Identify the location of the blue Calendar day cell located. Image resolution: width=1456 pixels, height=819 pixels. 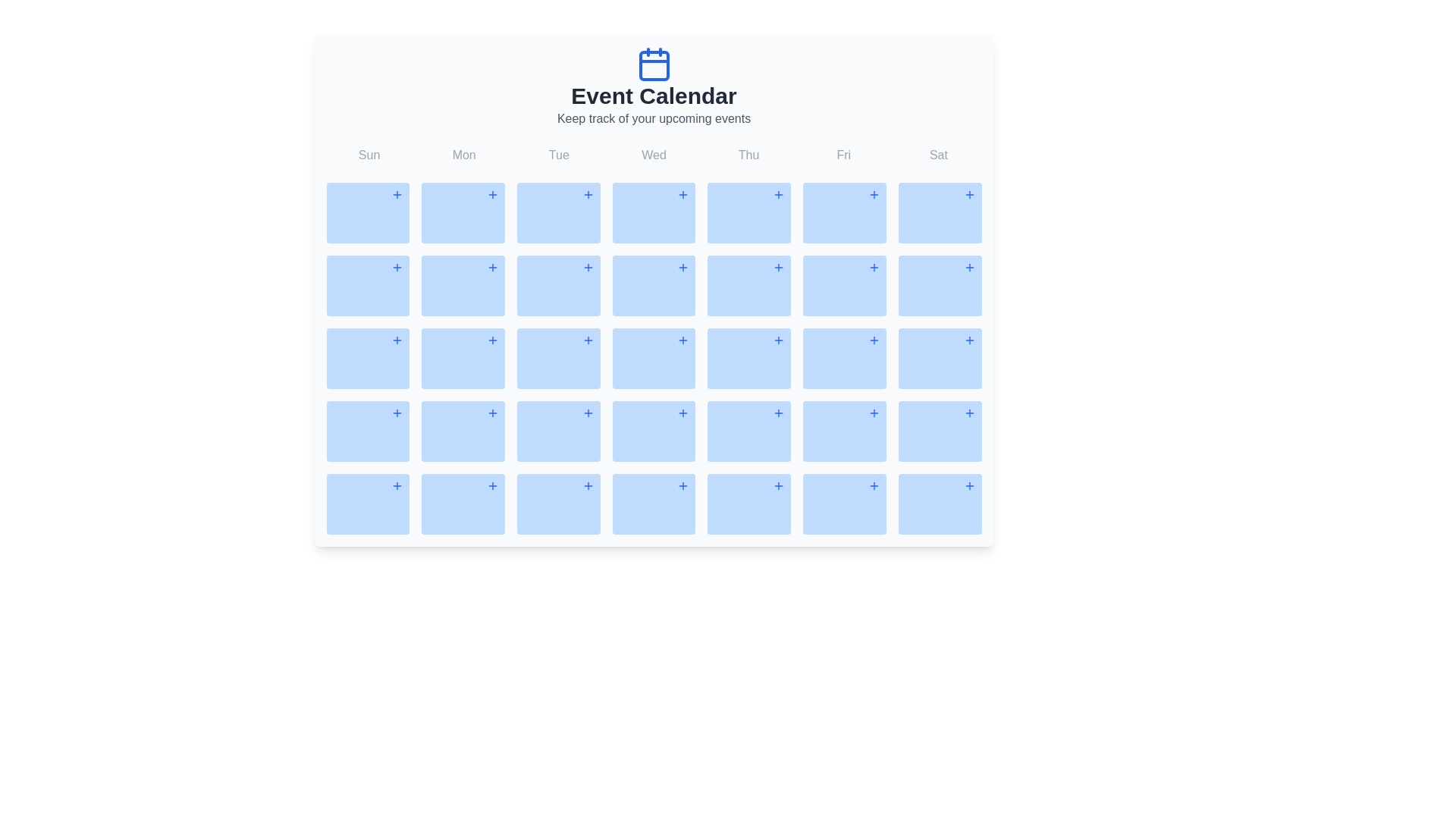
(843, 431).